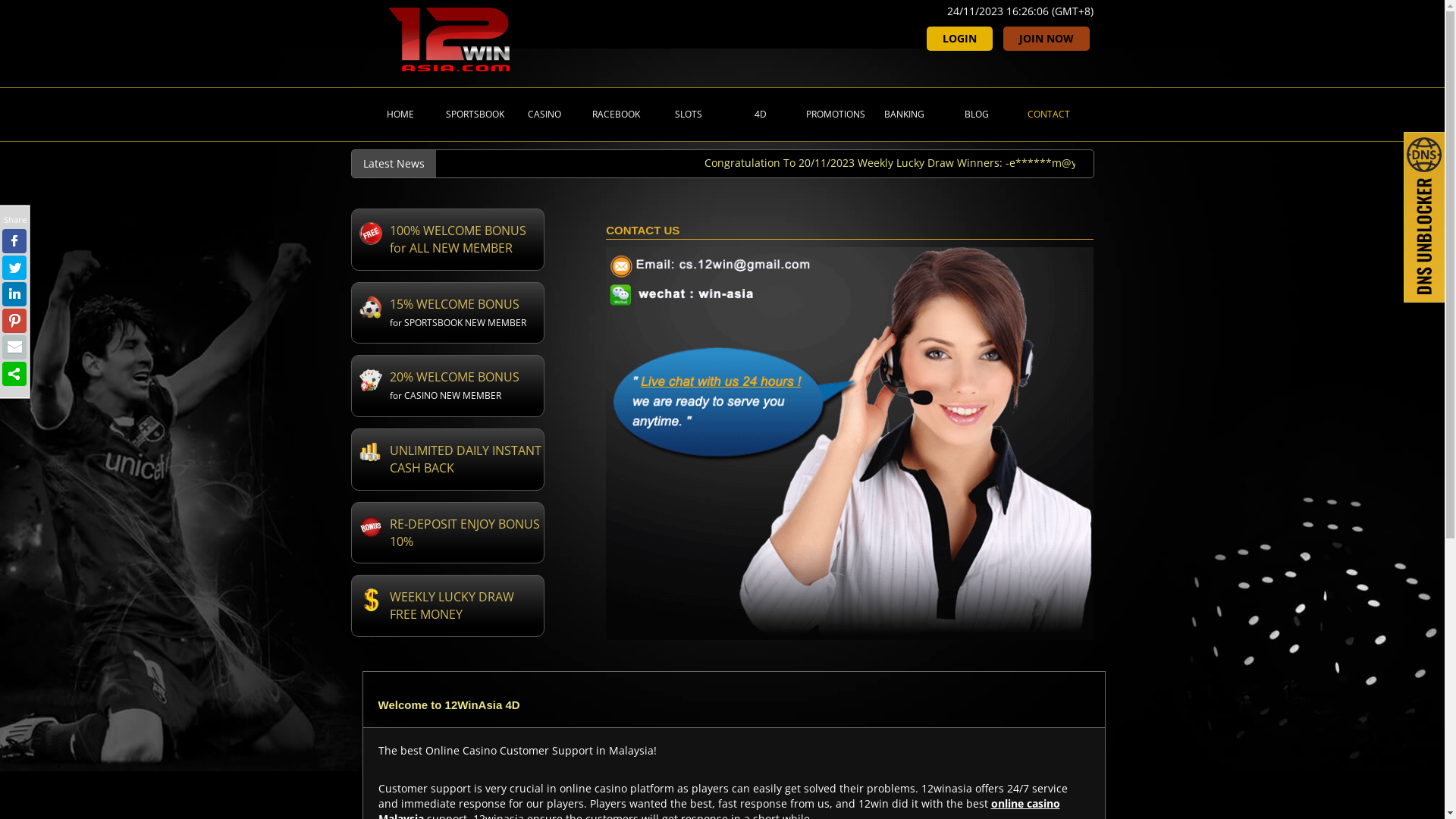 The height and width of the screenshot is (819, 1456). Describe the element at coordinates (398, 113) in the screenshot. I see `'HOME'` at that location.